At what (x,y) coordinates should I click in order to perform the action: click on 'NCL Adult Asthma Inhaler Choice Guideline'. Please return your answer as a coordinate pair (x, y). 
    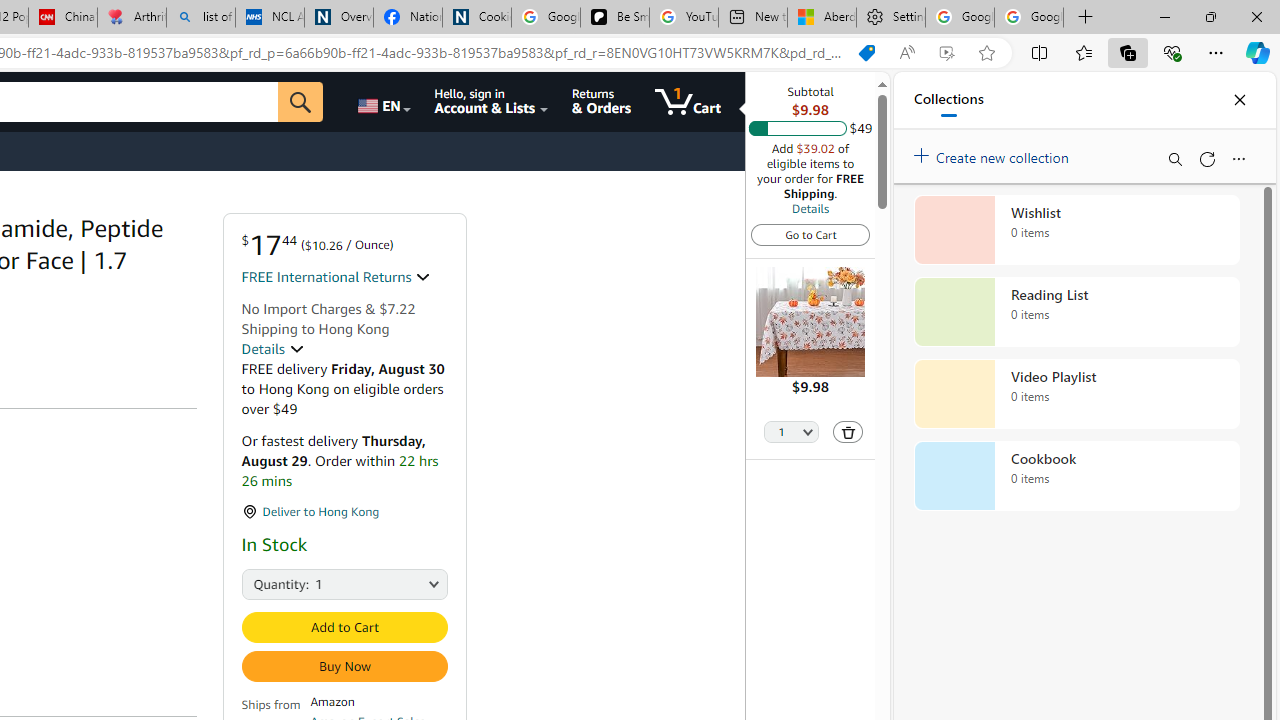
    Looking at the image, I should click on (269, 17).